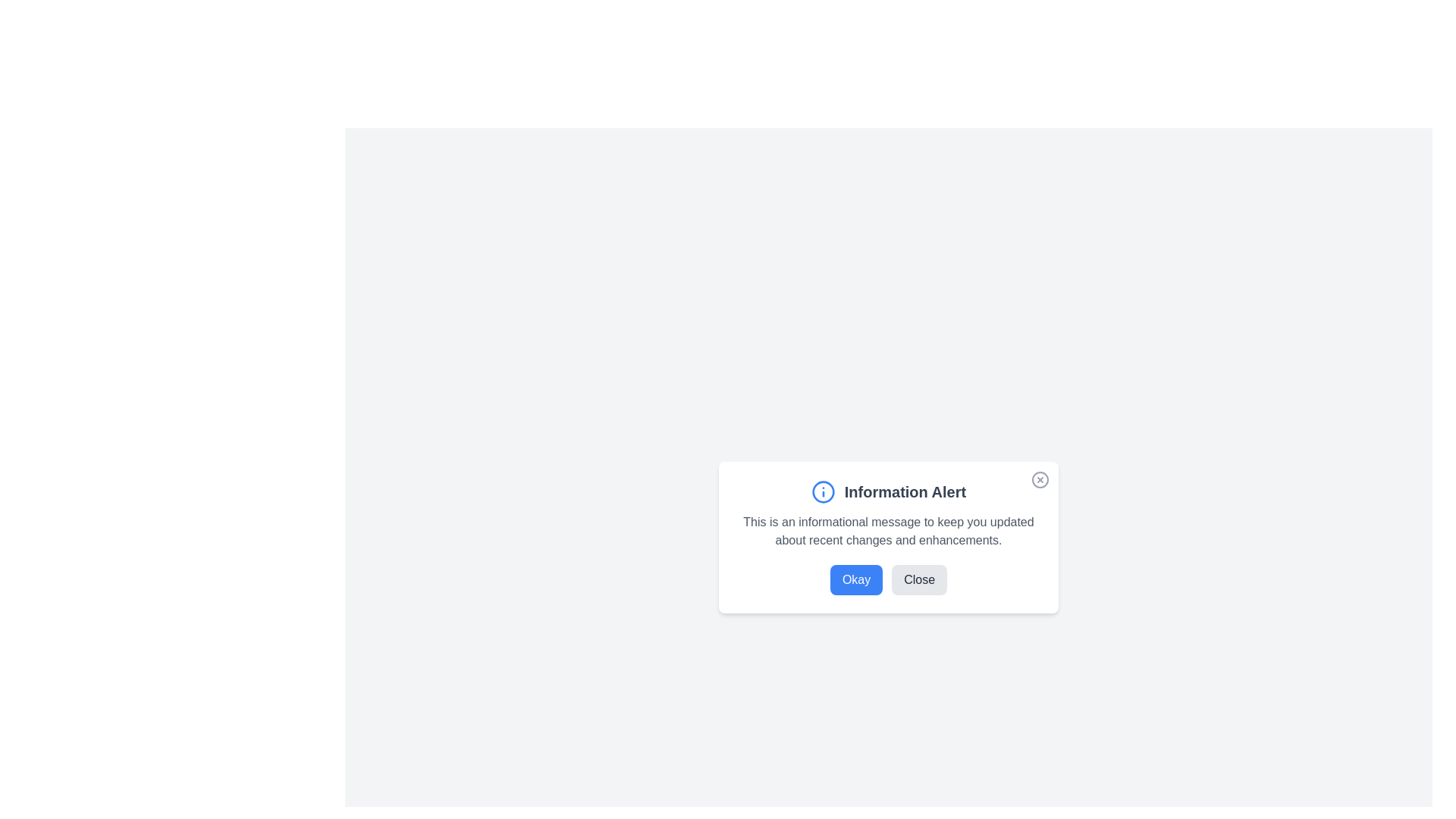 The height and width of the screenshot is (819, 1456). I want to click on the rectangular 'Close' button with bold black text on a light gray background, located at the bottom-right corner of the modal dialog box, so click(918, 579).